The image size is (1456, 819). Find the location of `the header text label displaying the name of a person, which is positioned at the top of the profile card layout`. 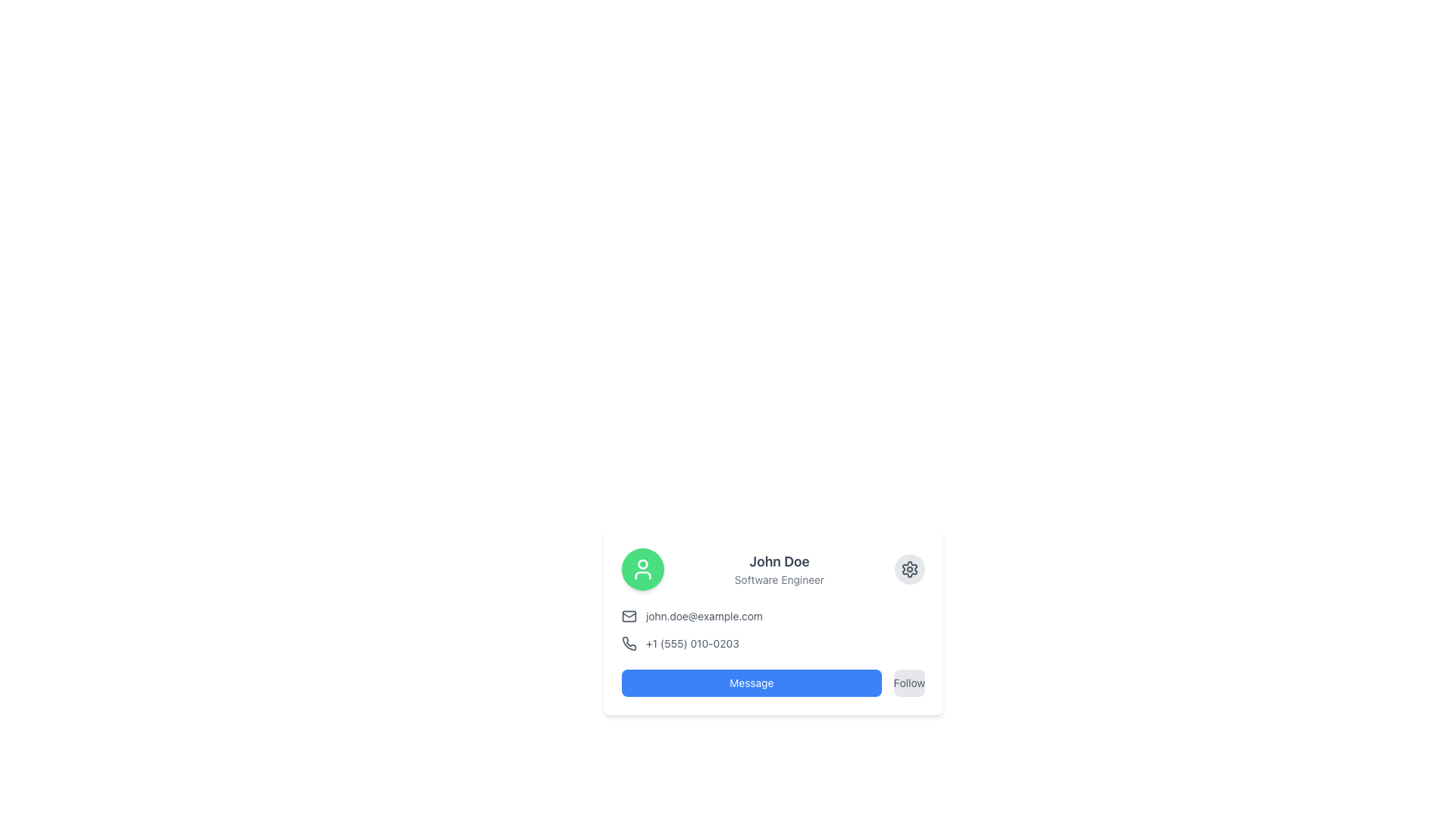

the header text label displaying the name of a person, which is positioned at the top of the profile card layout is located at coordinates (779, 561).